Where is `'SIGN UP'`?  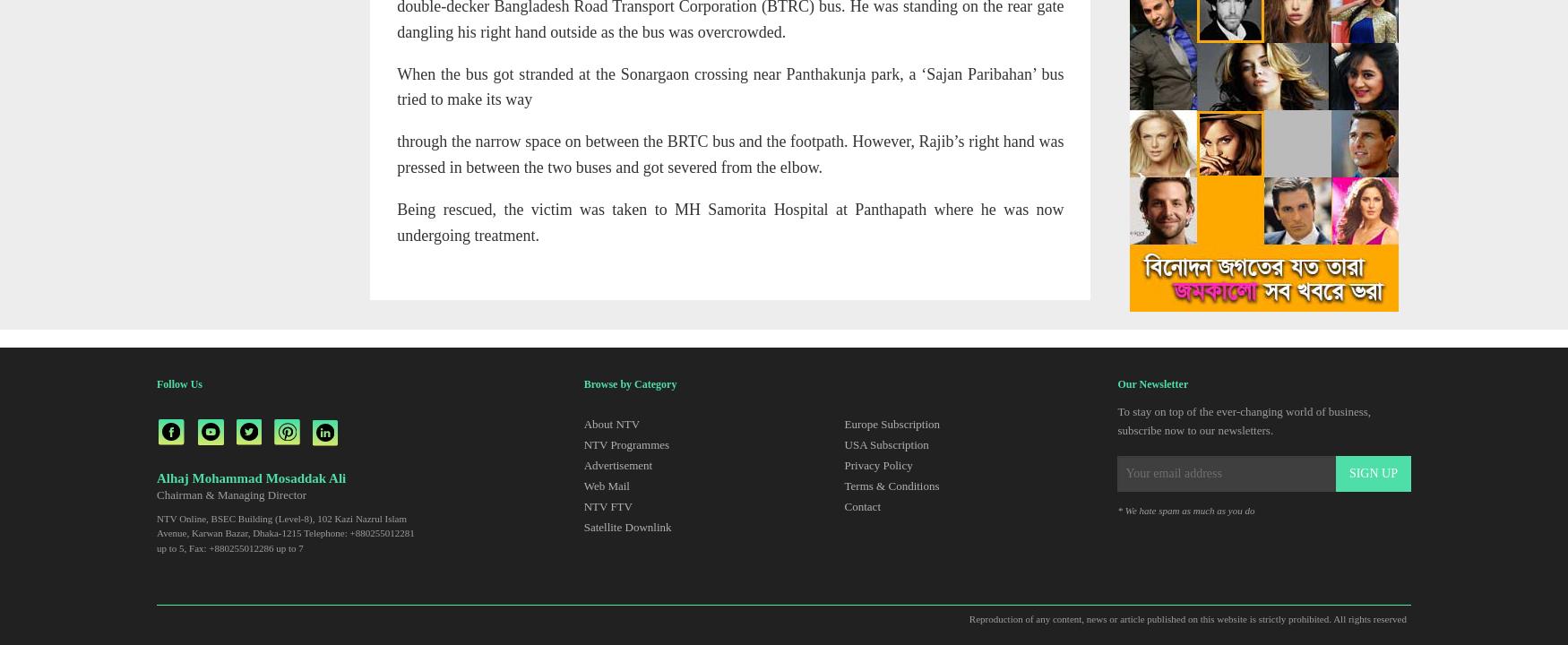
'SIGN UP' is located at coordinates (1371, 472).